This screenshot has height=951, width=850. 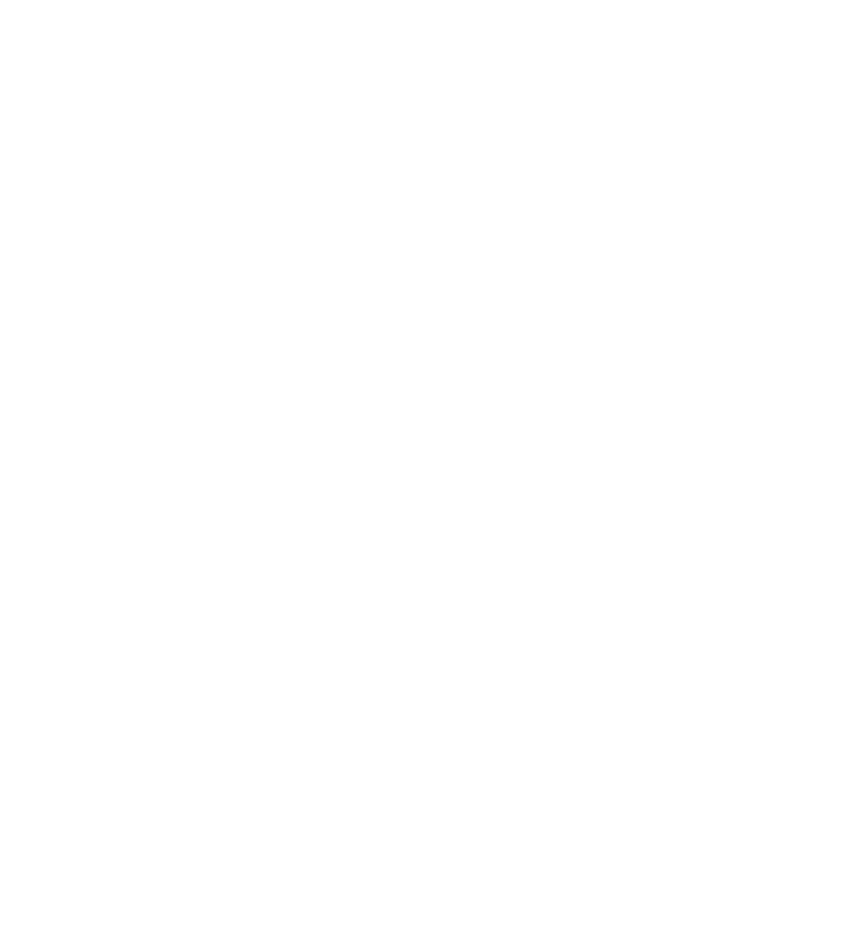 What do you see at coordinates (273, 125) in the screenshot?
I see `'Everything You Need to Know About DNS Attacks'` at bounding box center [273, 125].